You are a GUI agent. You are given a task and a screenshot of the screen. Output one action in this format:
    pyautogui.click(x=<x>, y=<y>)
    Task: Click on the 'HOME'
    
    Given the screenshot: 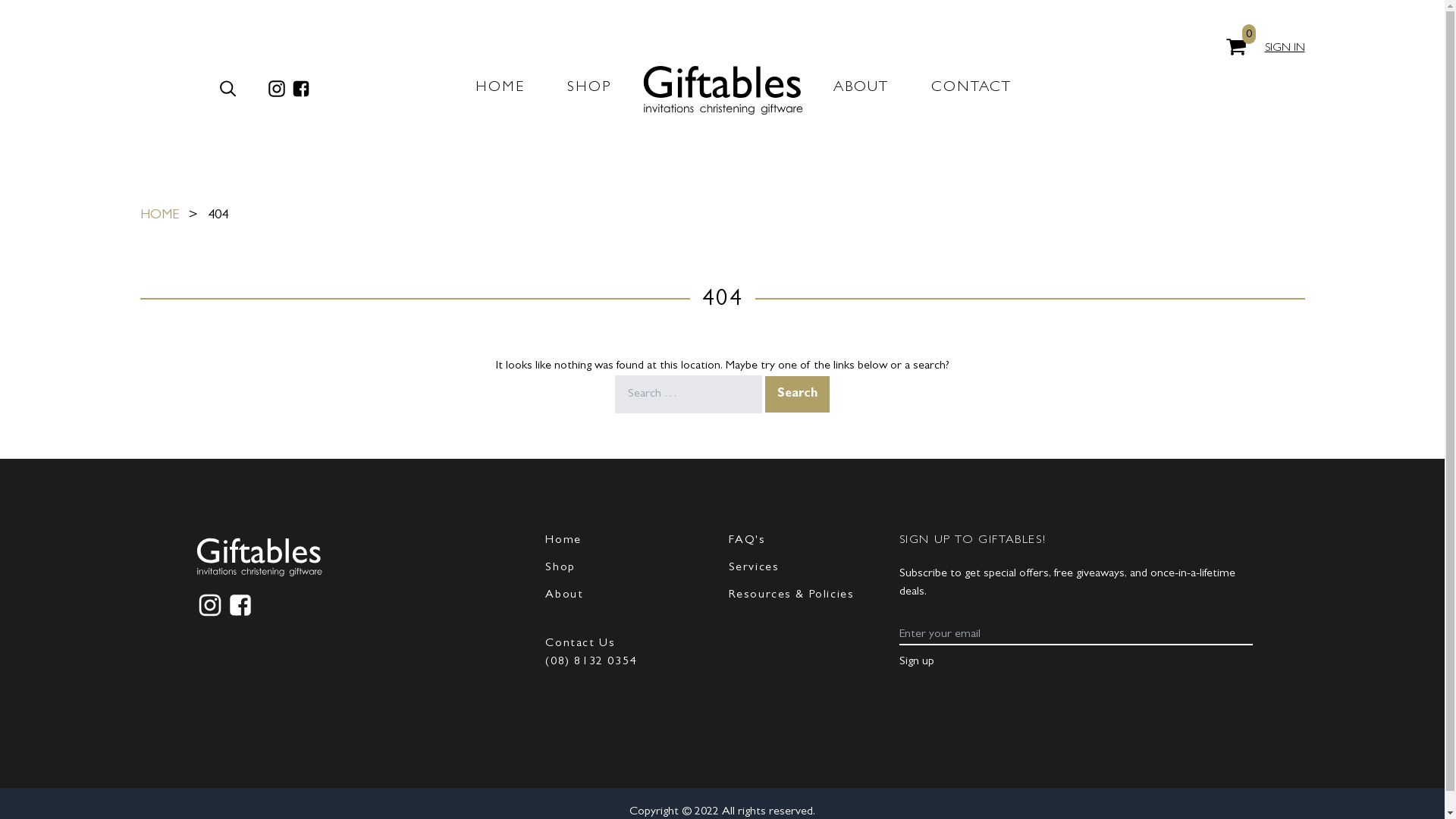 What is the action you would take?
    pyautogui.click(x=158, y=216)
    